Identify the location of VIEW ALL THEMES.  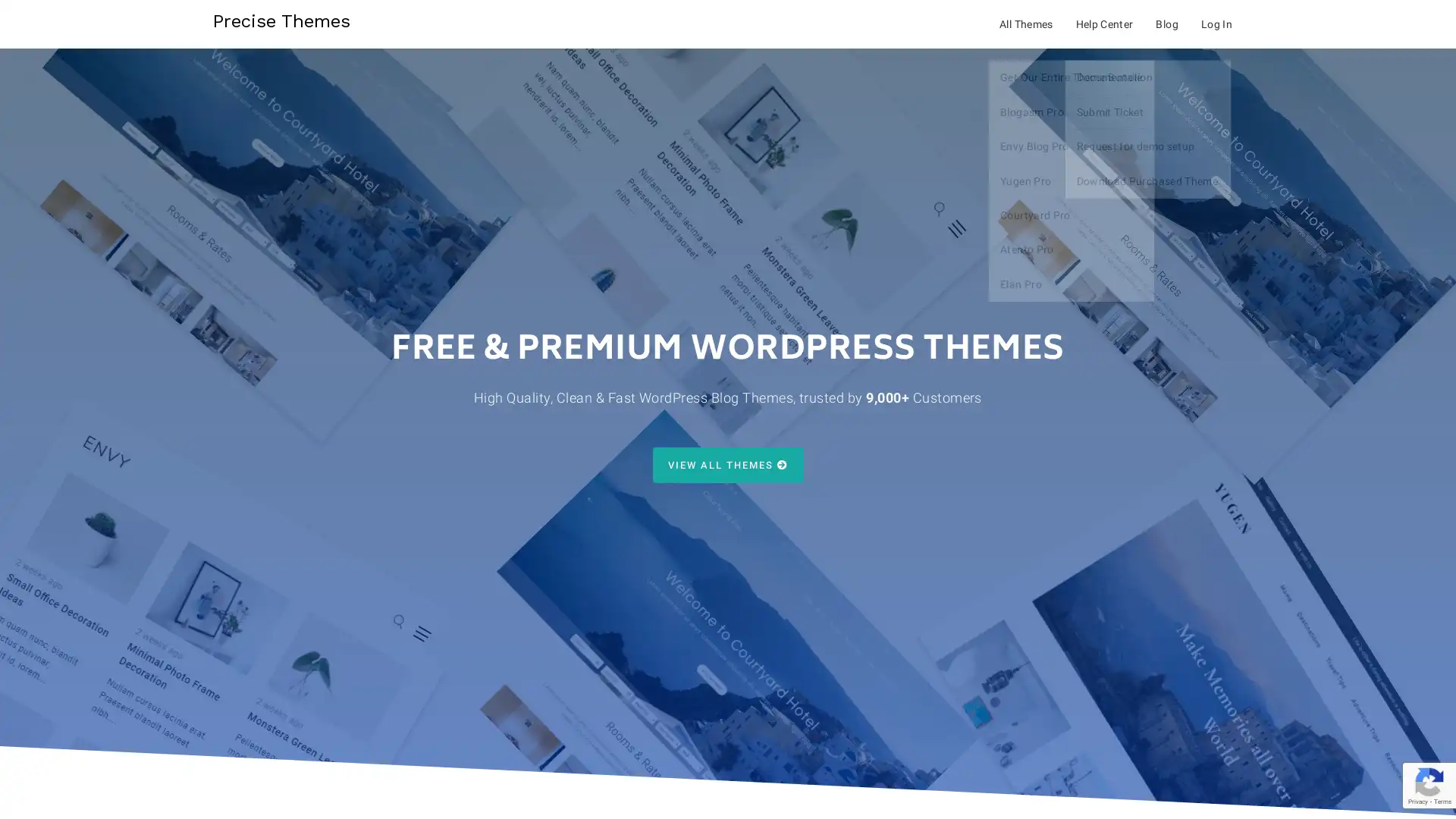
(726, 464).